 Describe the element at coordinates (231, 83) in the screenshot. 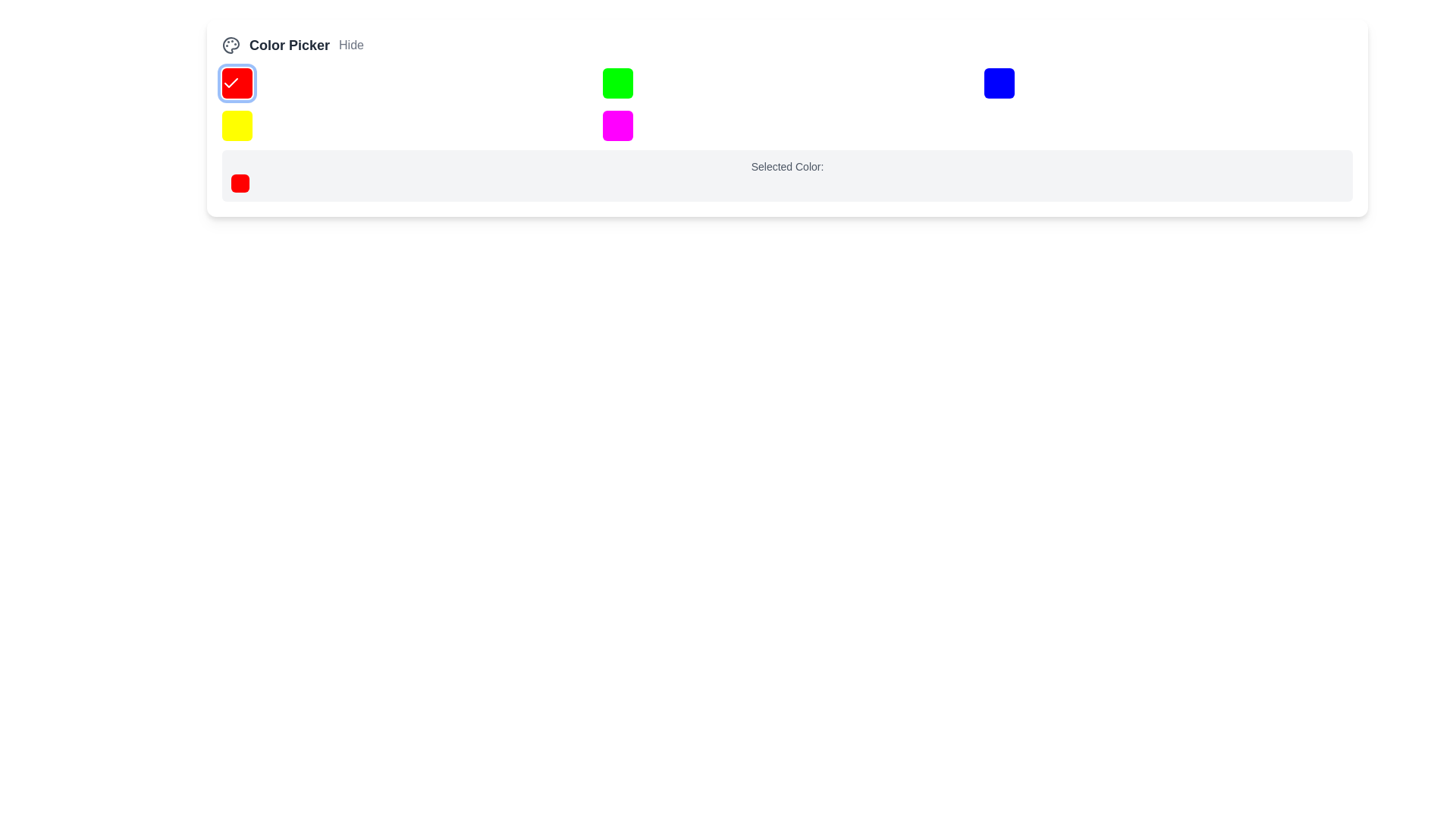

I see `the checkmark icon in the color picker to confirm the selection of the red color` at that location.